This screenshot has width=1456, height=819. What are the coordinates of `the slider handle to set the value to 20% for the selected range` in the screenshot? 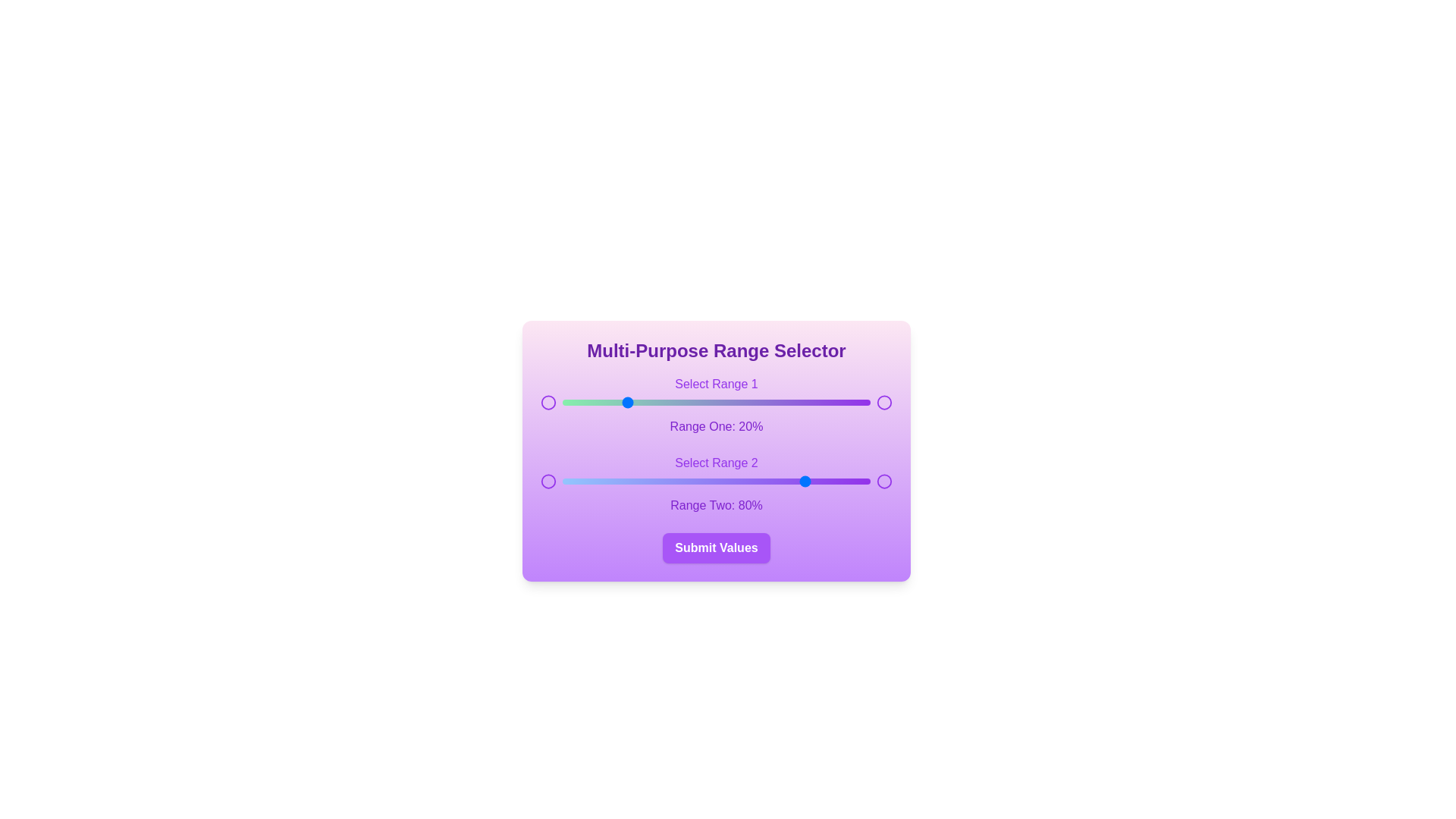 It's located at (624, 402).